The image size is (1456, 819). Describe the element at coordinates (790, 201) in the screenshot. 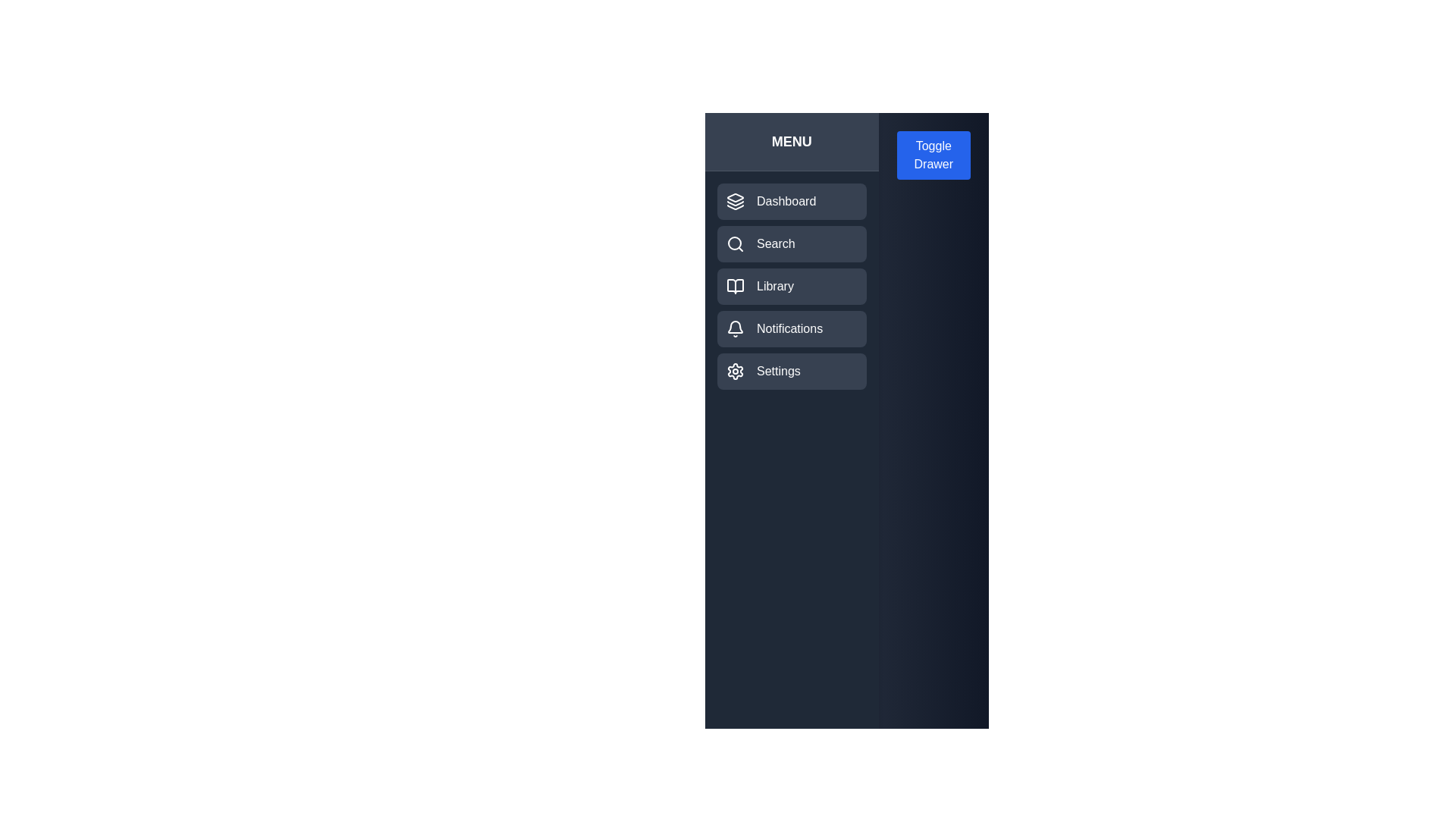

I see `the menu item labeled Dashboard` at that location.